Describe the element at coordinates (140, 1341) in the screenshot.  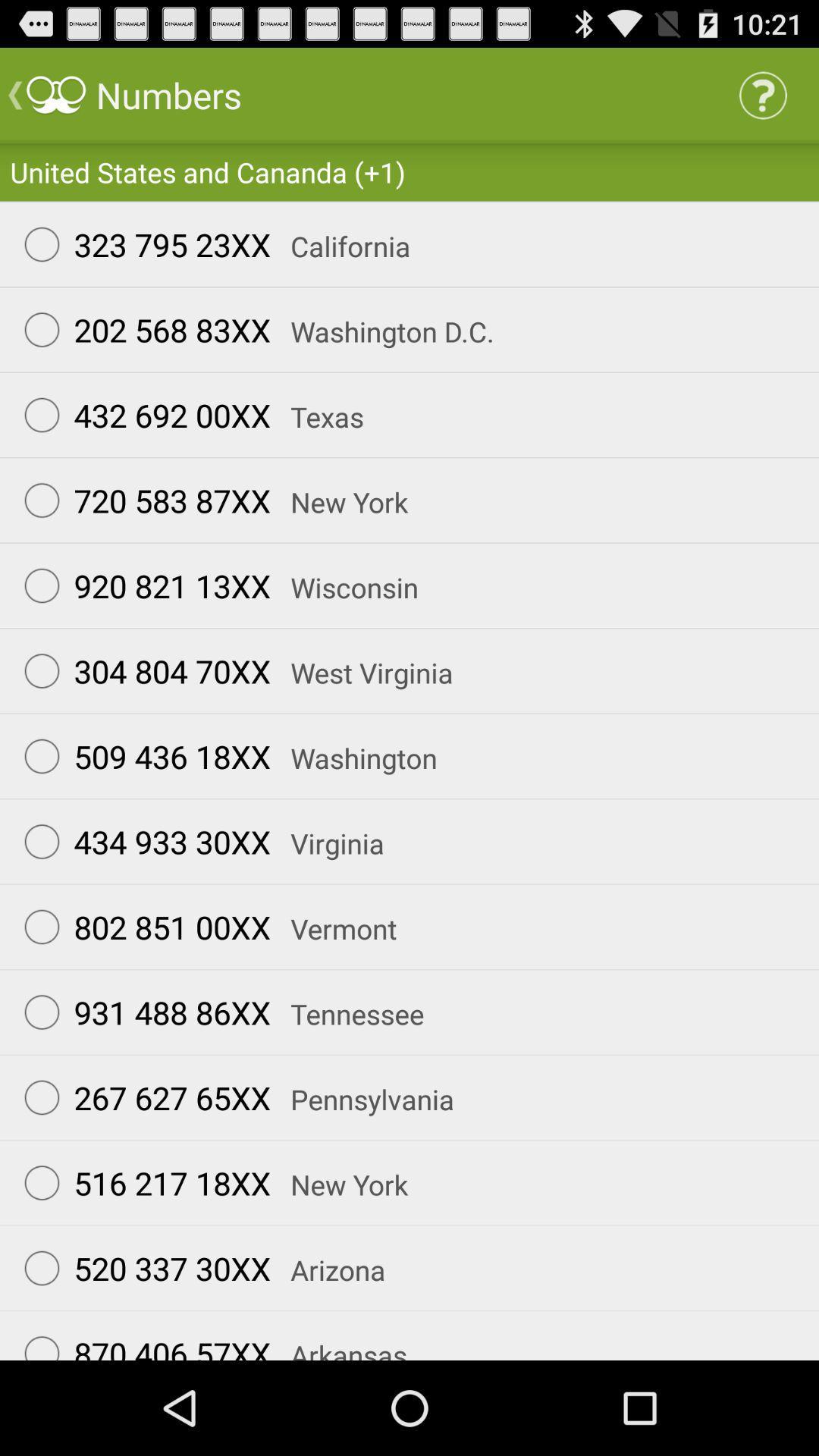
I see `the item to the left of arkansas icon` at that location.